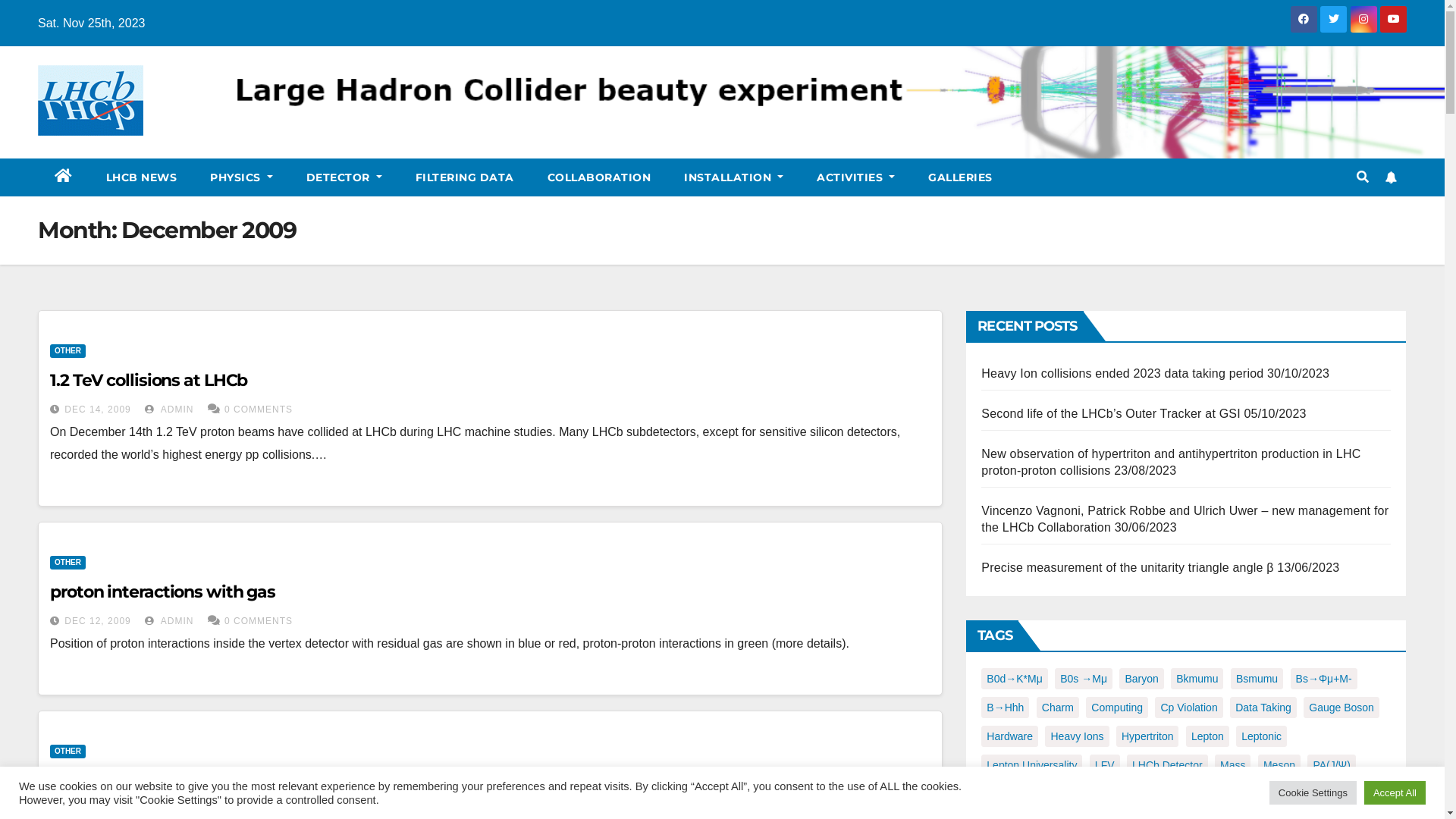 This screenshot has width=1456, height=819. What do you see at coordinates (1207, 736) in the screenshot?
I see `'Lepton'` at bounding box center [1207, 736].